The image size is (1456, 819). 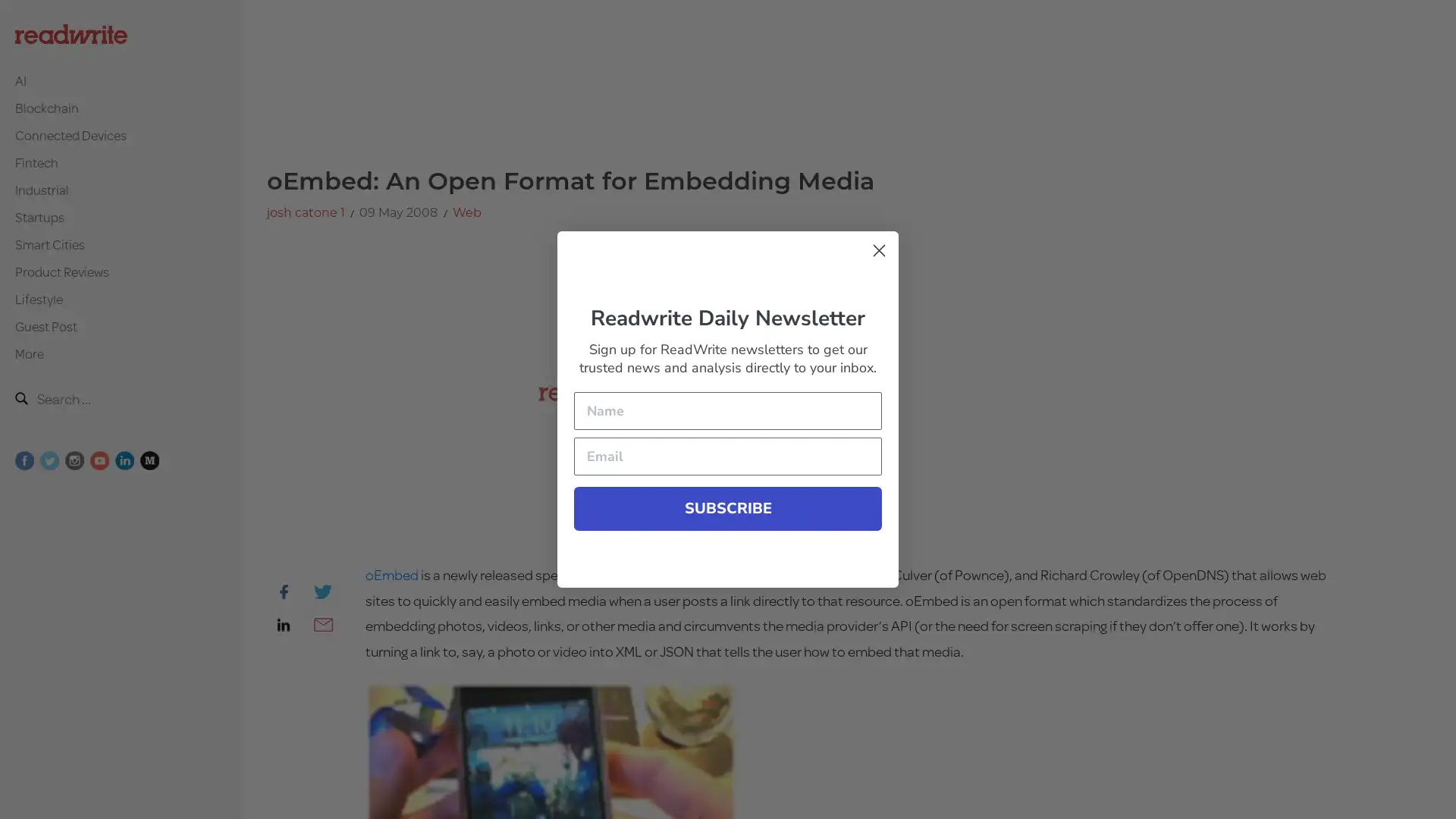 What do you see at coordinates (1318, 727) in the screenshot?
I see `Submit` at bounding box center [1318, 727].